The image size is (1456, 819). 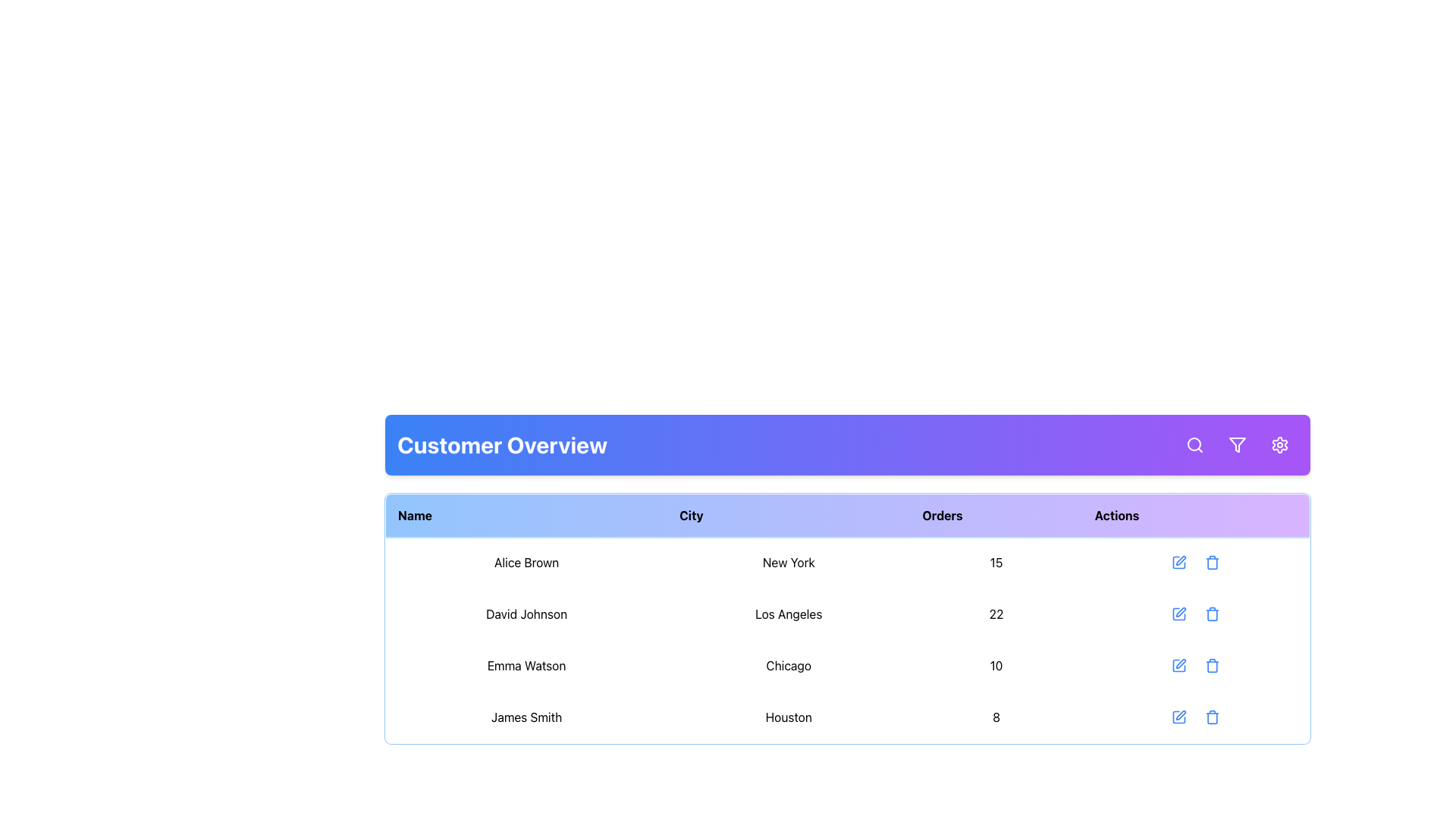 What do you see at coordinates (789, 562) in the screenshot?
I see `text from the black text label that says 'New York' in the second column of the data table under the header 'City'` at bounding box center [789, 562].